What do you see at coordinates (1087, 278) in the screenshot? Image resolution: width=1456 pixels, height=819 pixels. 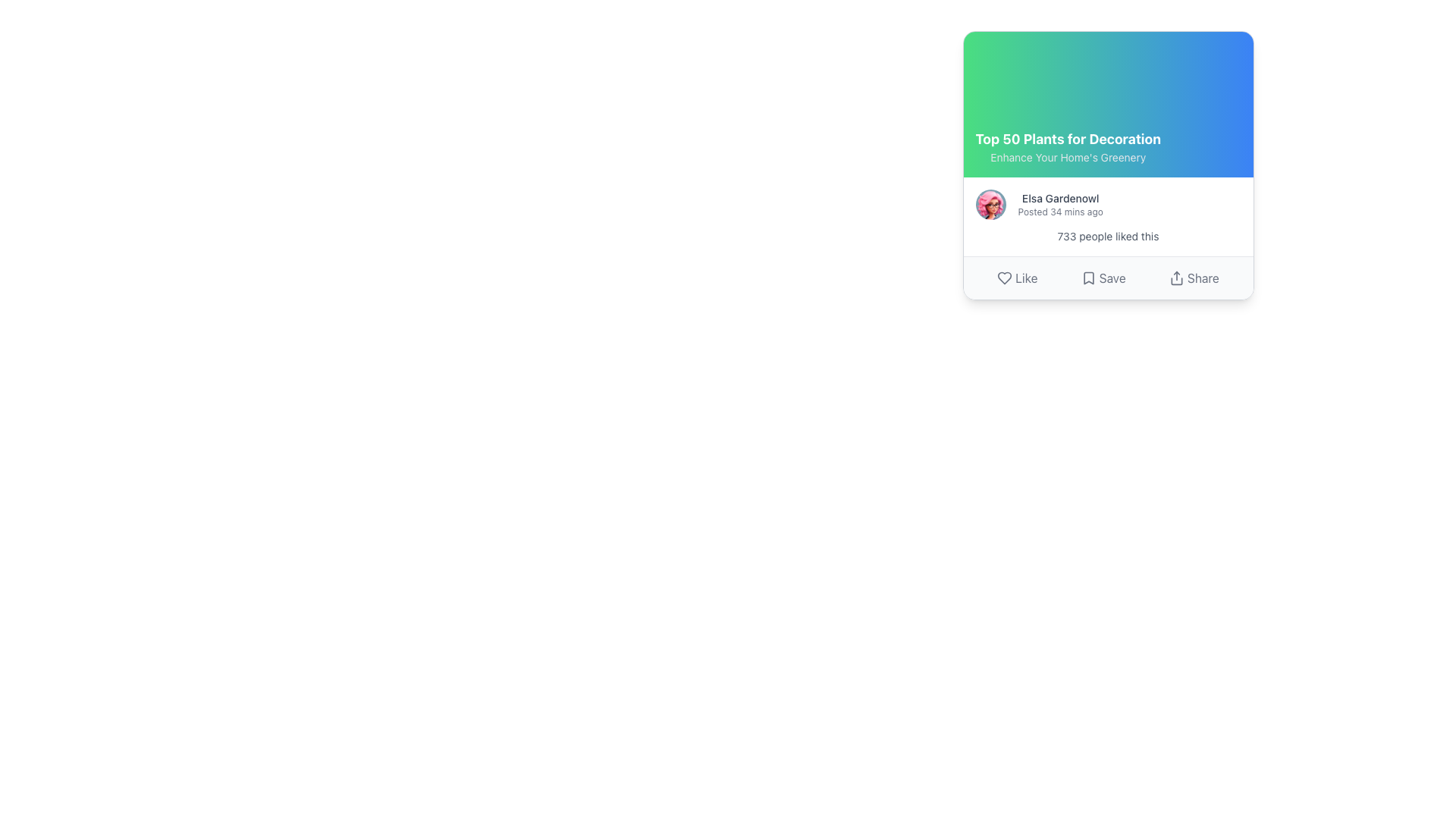 I see `the gray bookmark icon located to the left of the 'Save' text label in the bottom central area of the content card` at bounding box center [1087, 278].